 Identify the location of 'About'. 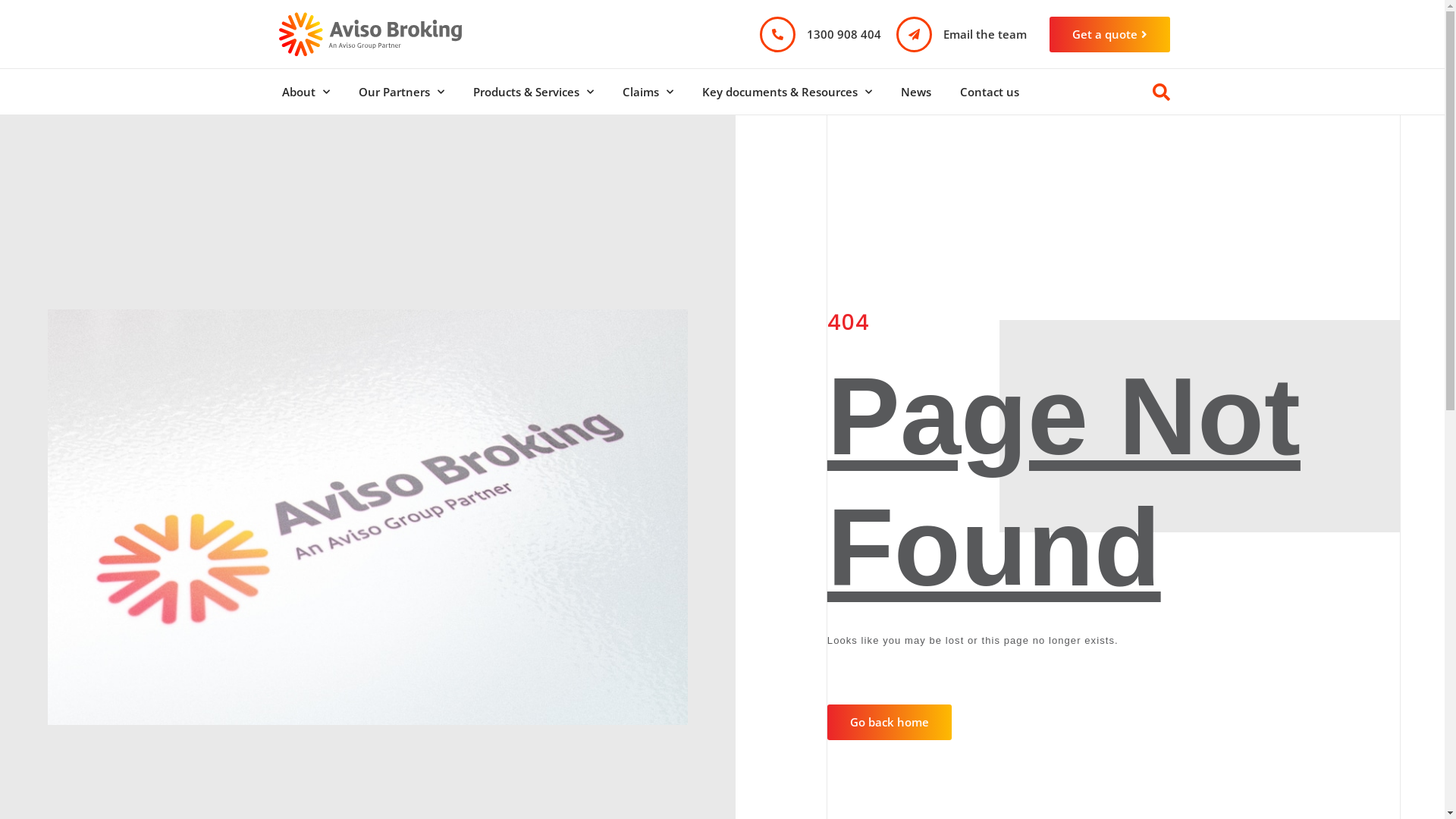
(304, 91).